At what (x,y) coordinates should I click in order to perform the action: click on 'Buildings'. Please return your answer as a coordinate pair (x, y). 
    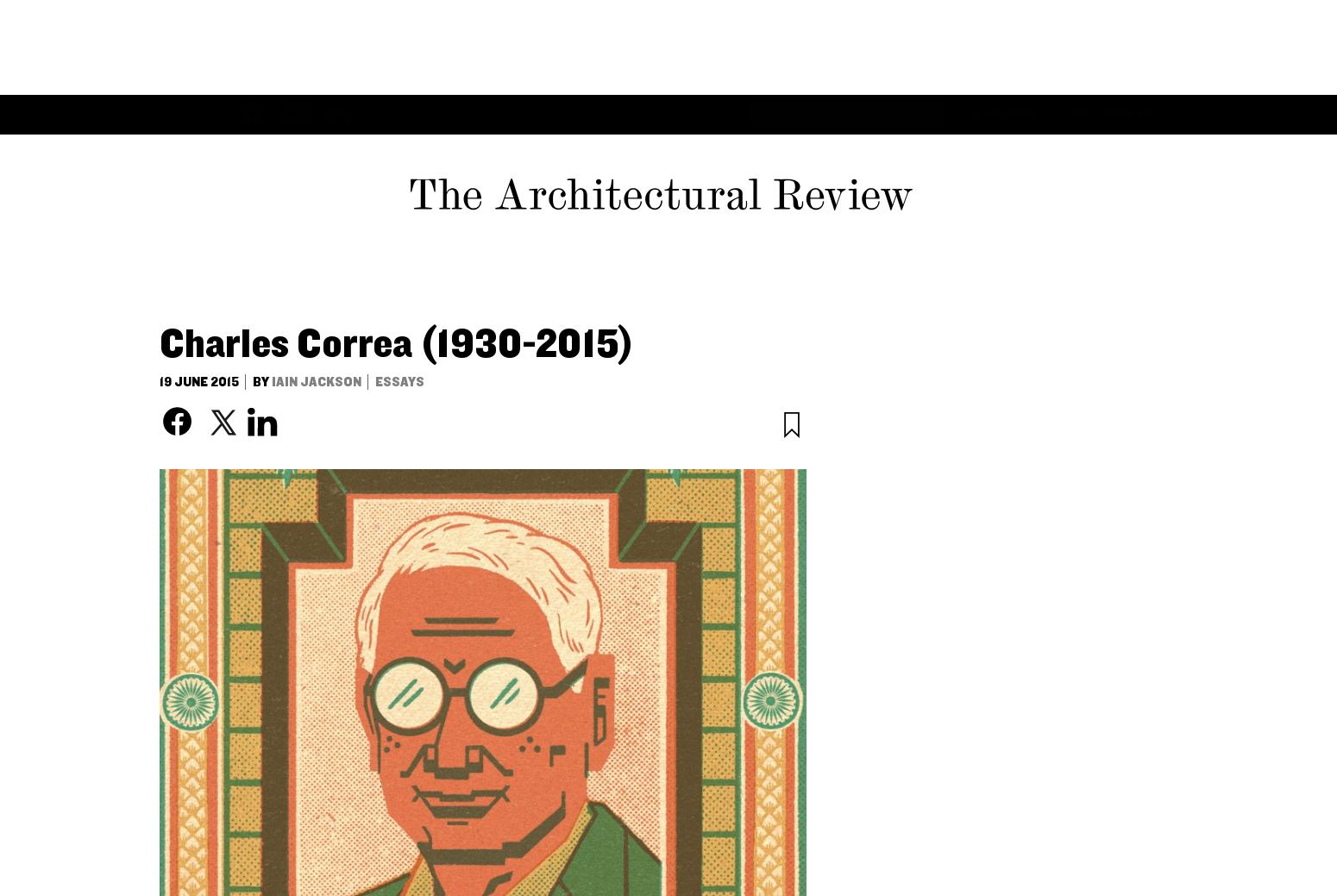
    Looking at the image, I should click on (322, 18).